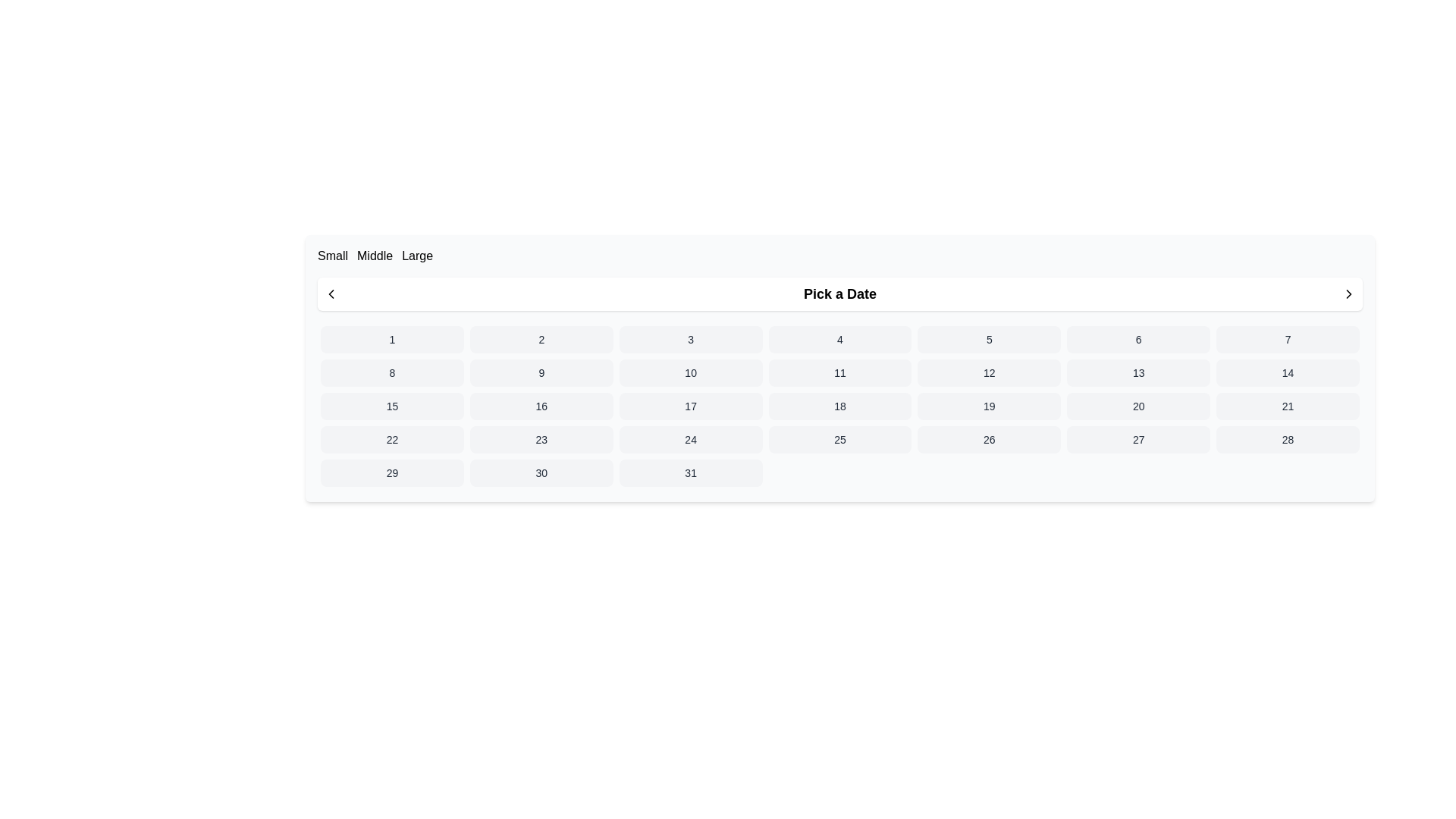  What do you see at coordinates (690, 406) in the screenshot?
I see `the button displaying '17' with a light gray background` at bounding box center [690, 406].